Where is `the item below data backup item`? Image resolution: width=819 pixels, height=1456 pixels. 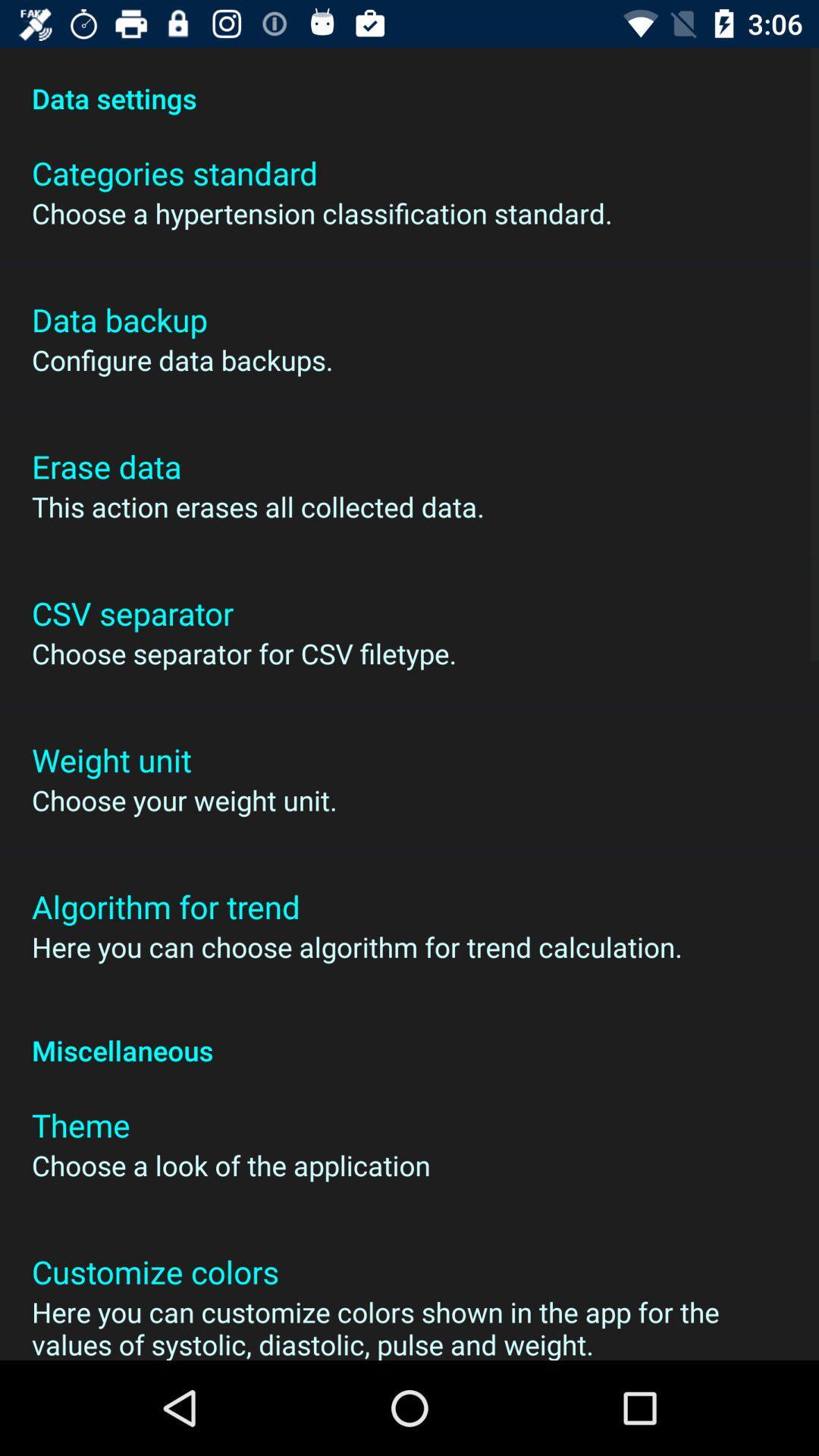
the item below data backup item is located at coordinates (181, 359).